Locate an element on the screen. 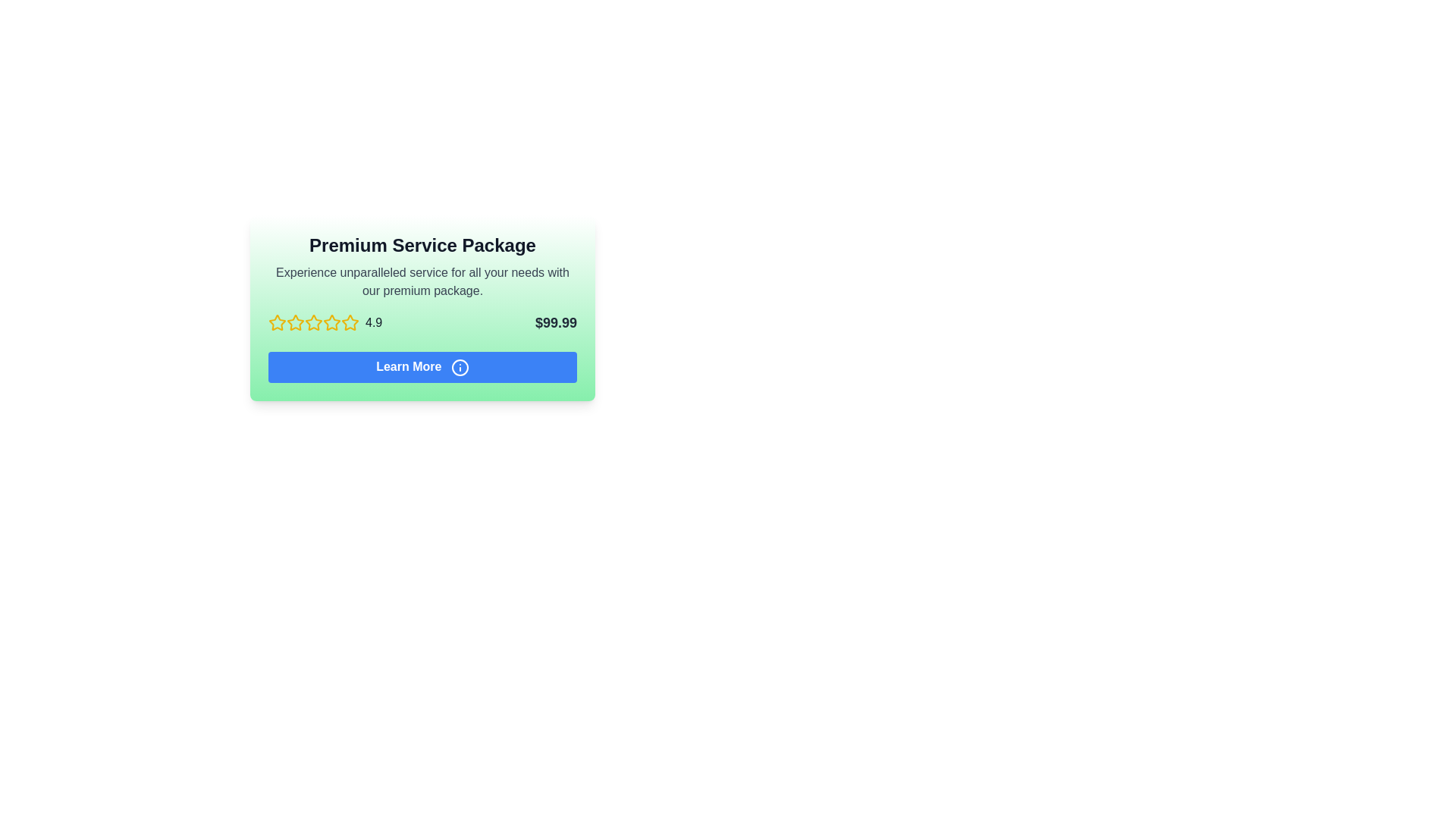 The image size is (1456, 819). the second star icon in the rating section, which represents one star of a rating scale, located below the primary heading and to the left of the numerical rating 4.9 is located at coordinates (312, 322).